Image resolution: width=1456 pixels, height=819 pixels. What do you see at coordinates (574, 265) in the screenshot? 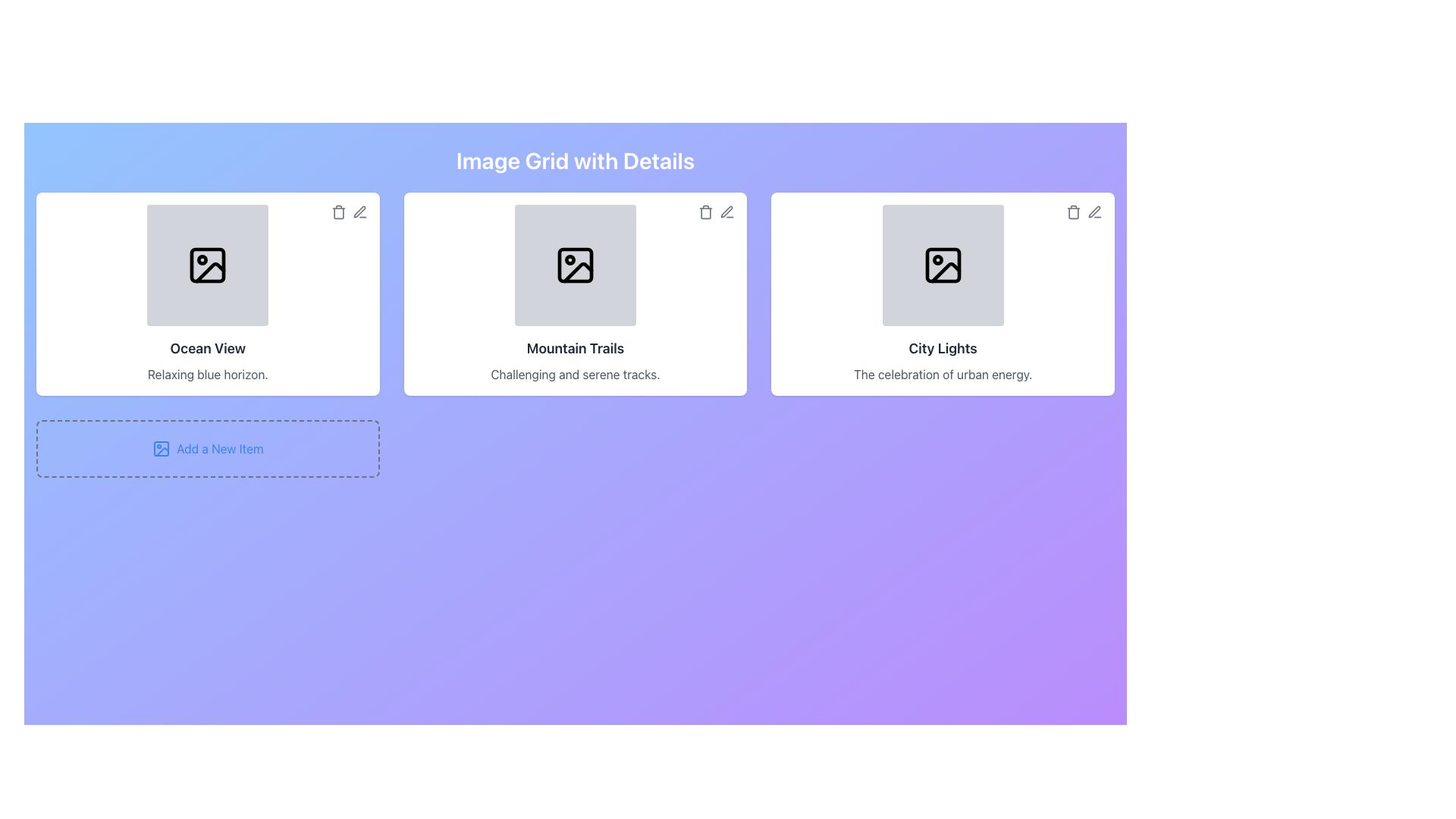
I see `the decorative icon representing an image or photo in the 'Mountain Trails' section, located in the middle tile of the grid` at bounding box center [574, 265].